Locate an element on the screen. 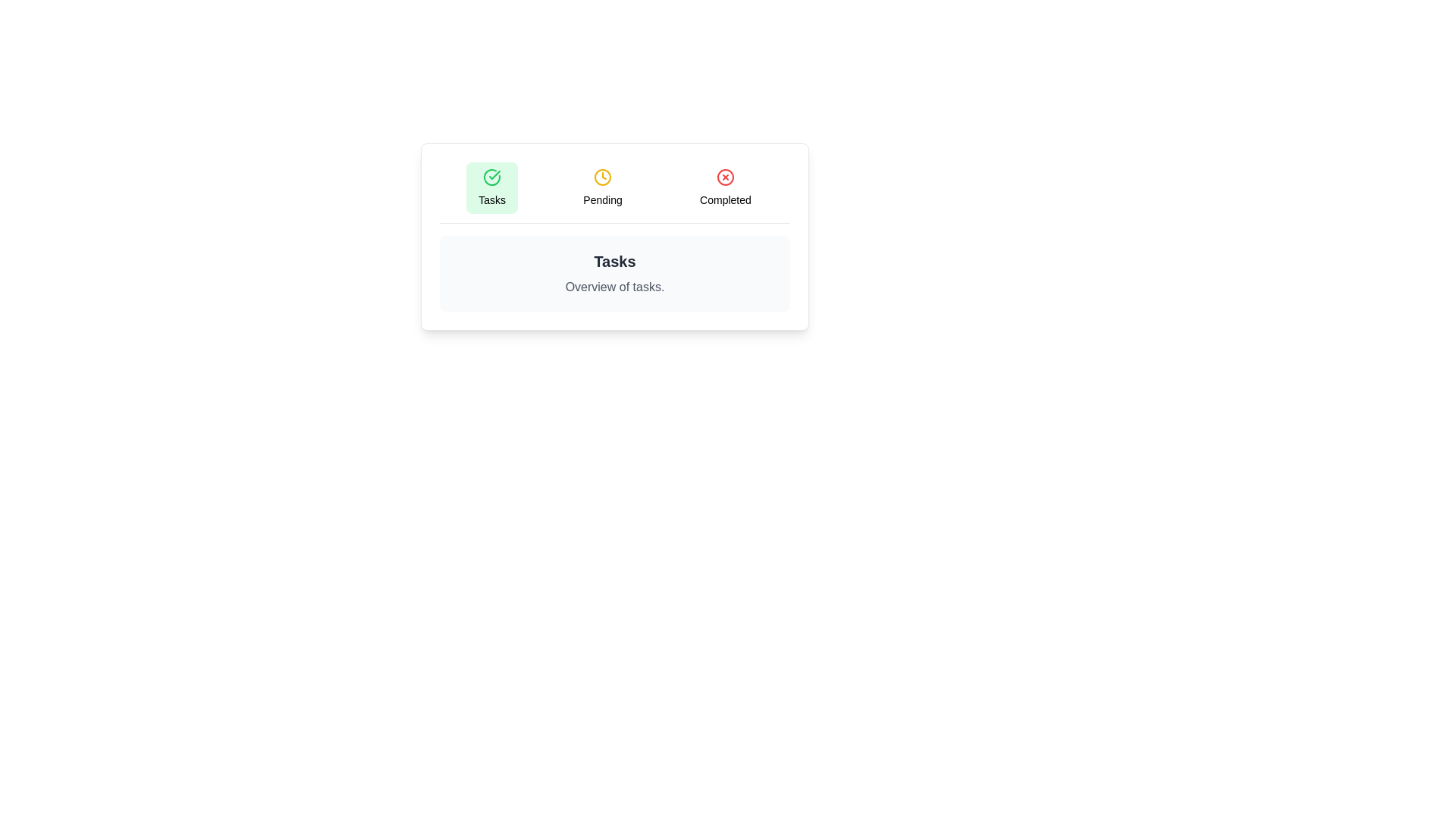 Image resolution: width=1456 pixels, height=819 pixels. the tab labeled Pending is located at coordinates (602, 187).